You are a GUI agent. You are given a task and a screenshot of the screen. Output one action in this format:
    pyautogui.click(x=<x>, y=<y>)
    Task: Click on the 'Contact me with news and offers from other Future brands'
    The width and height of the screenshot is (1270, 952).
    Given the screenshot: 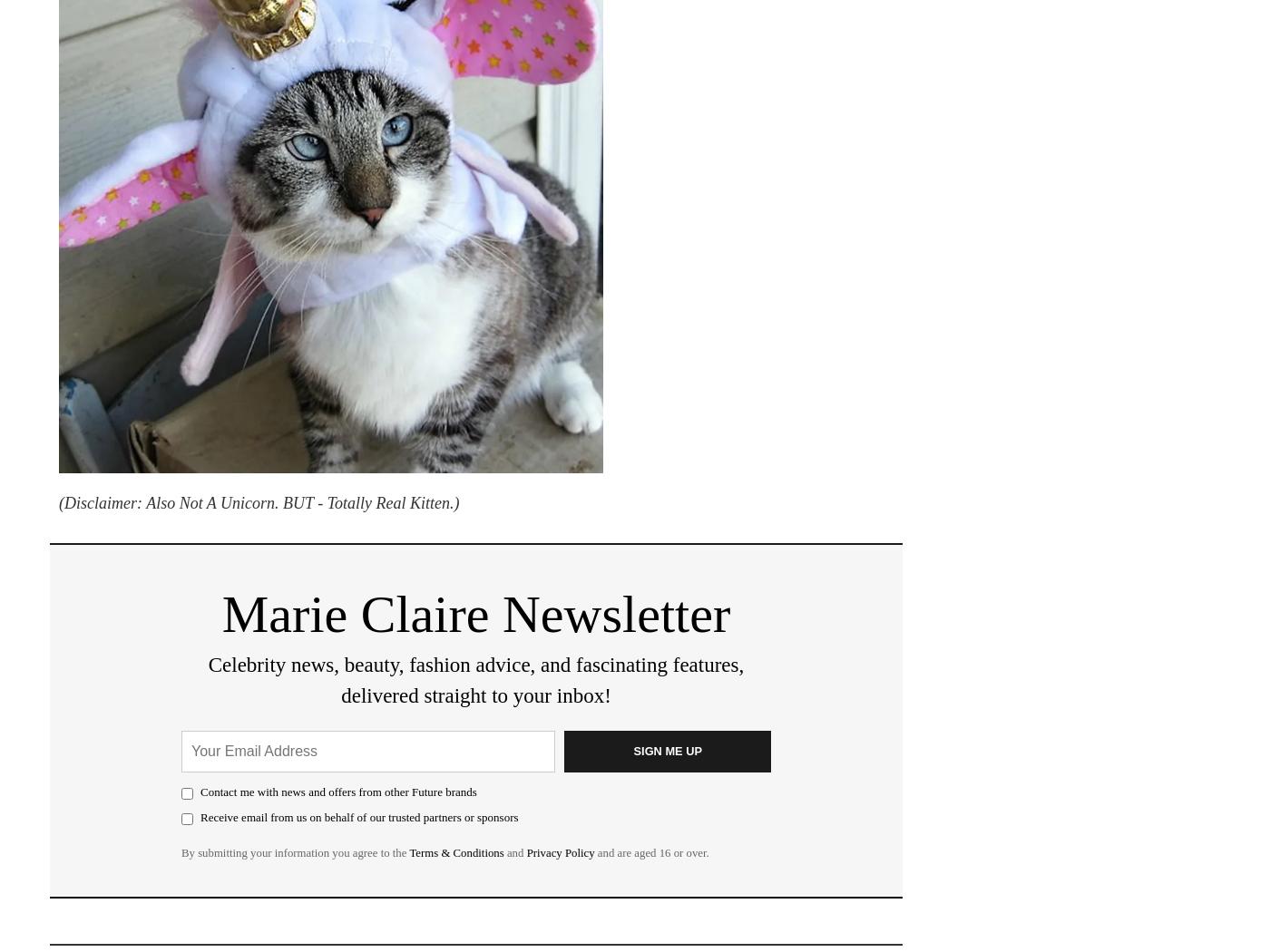 What is the action you would take?
    pyautogui.click(x=337, y=790)
    